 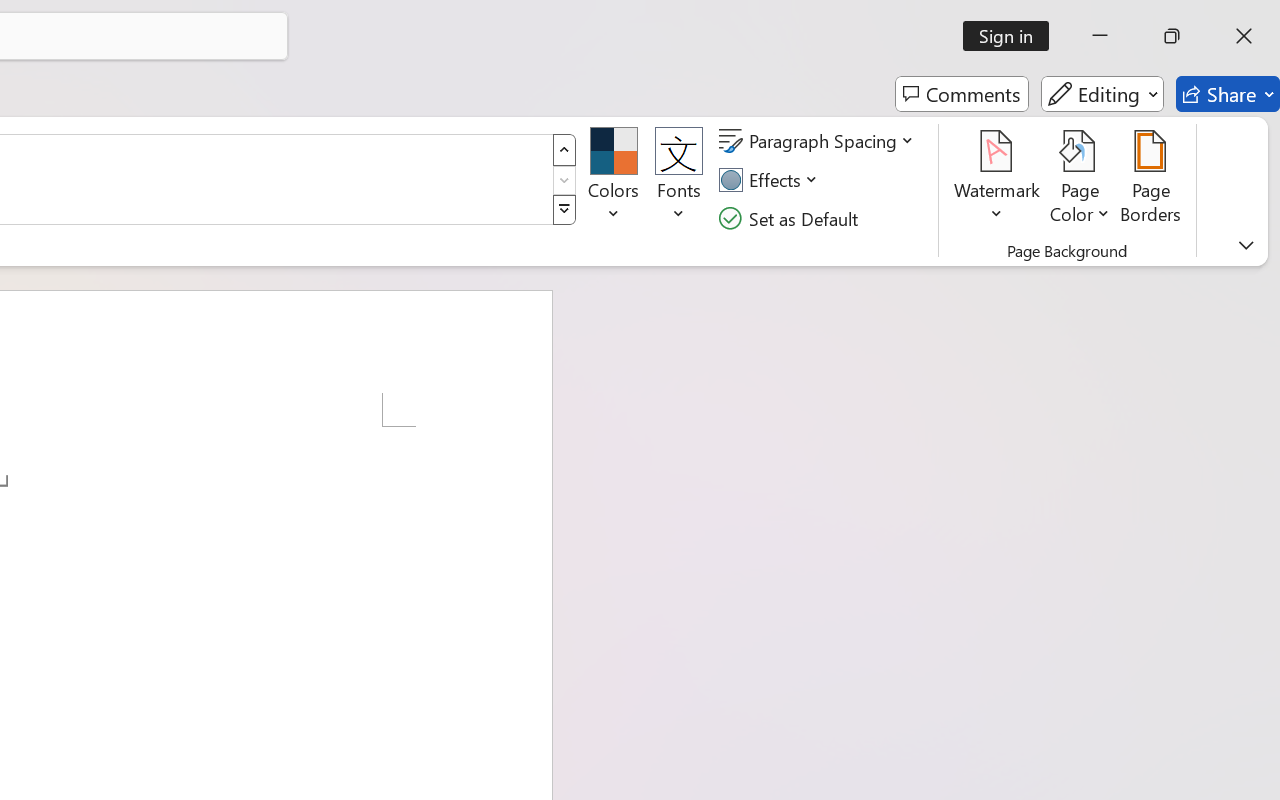 I want to click on 'Style Set', so click(x=563, y=210).